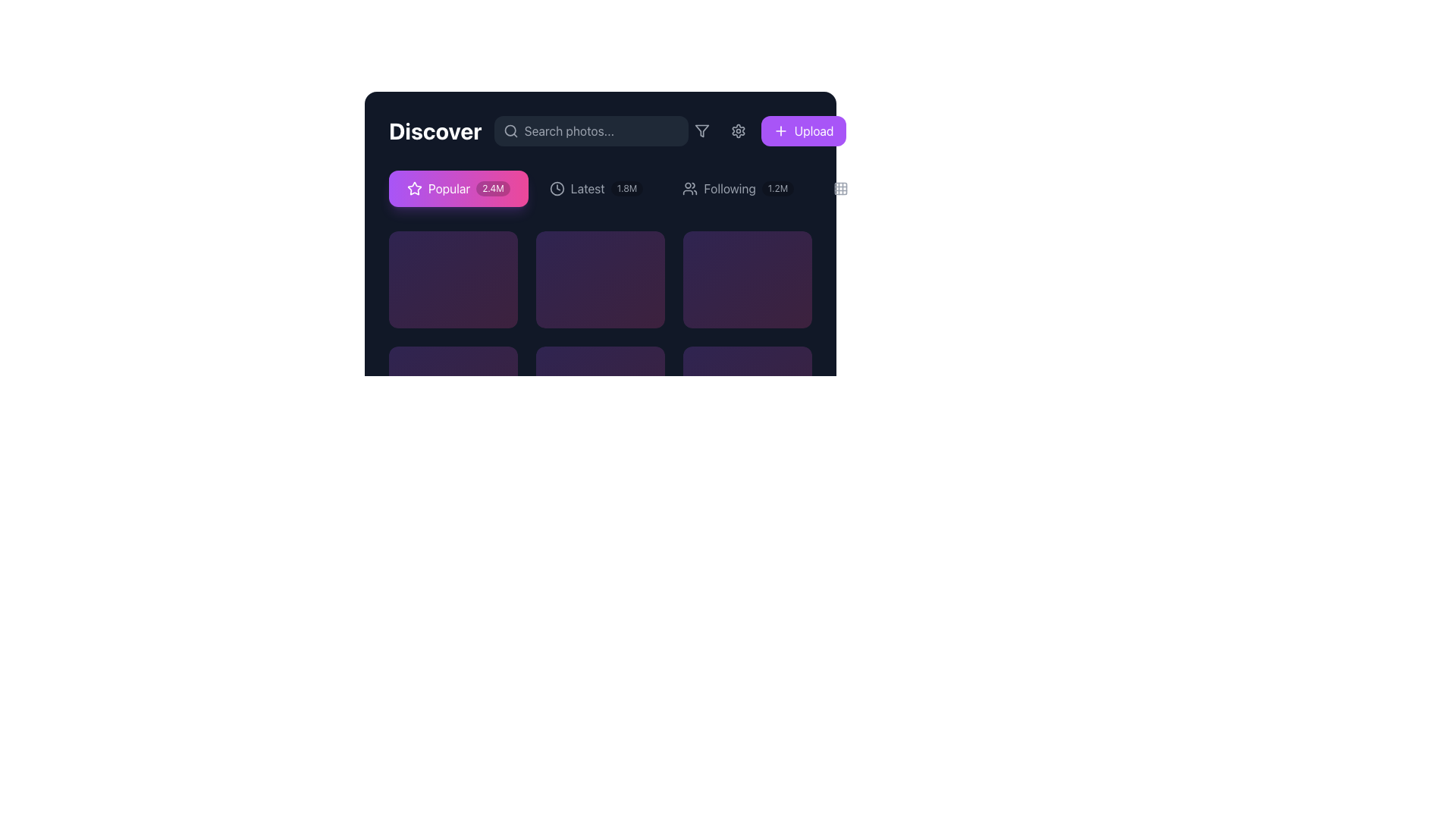 The width and height of the screenshot is (1456, 819). Describe the element at coordinates (802, 130) in the screenshot. I see `the upload button located at the right end of the row of buttons to initiate an upload` at that location.